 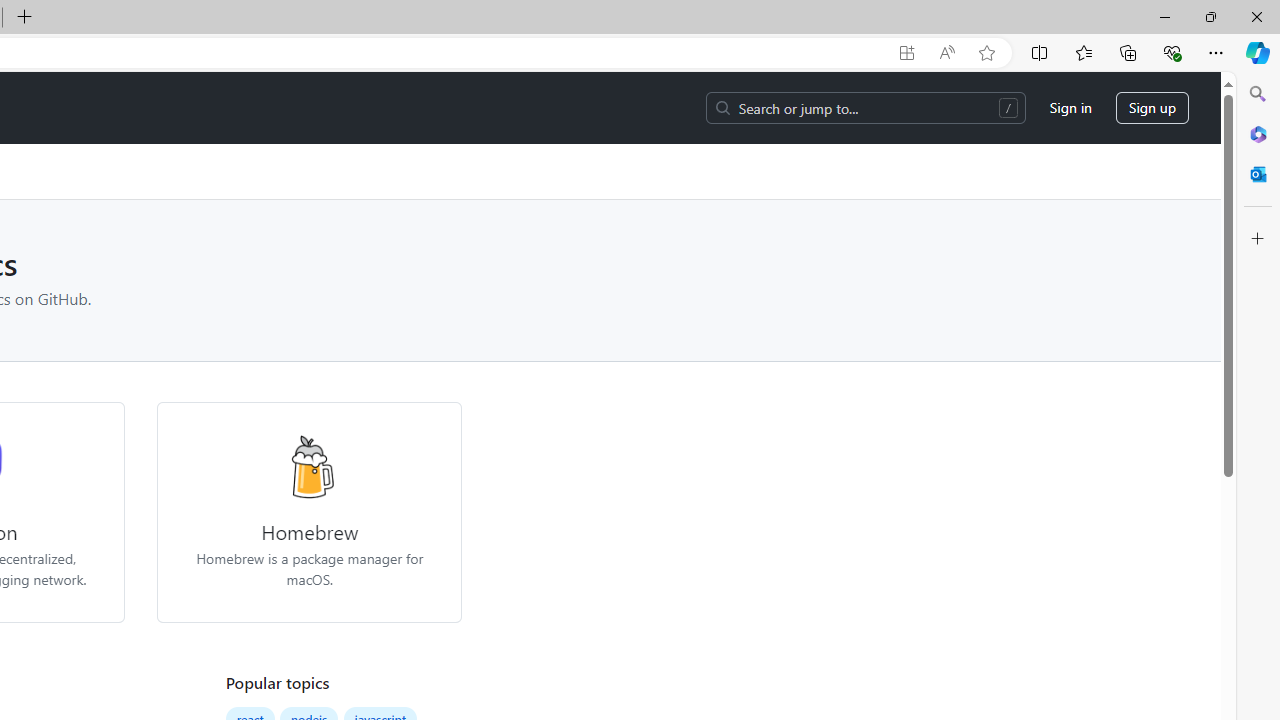 What do you see at coordinates (308, 511) in the screenshot?
I see `'homebrew Homebrew Homebrew is a package manager for macOS.'` at bounding box center [308, 511].